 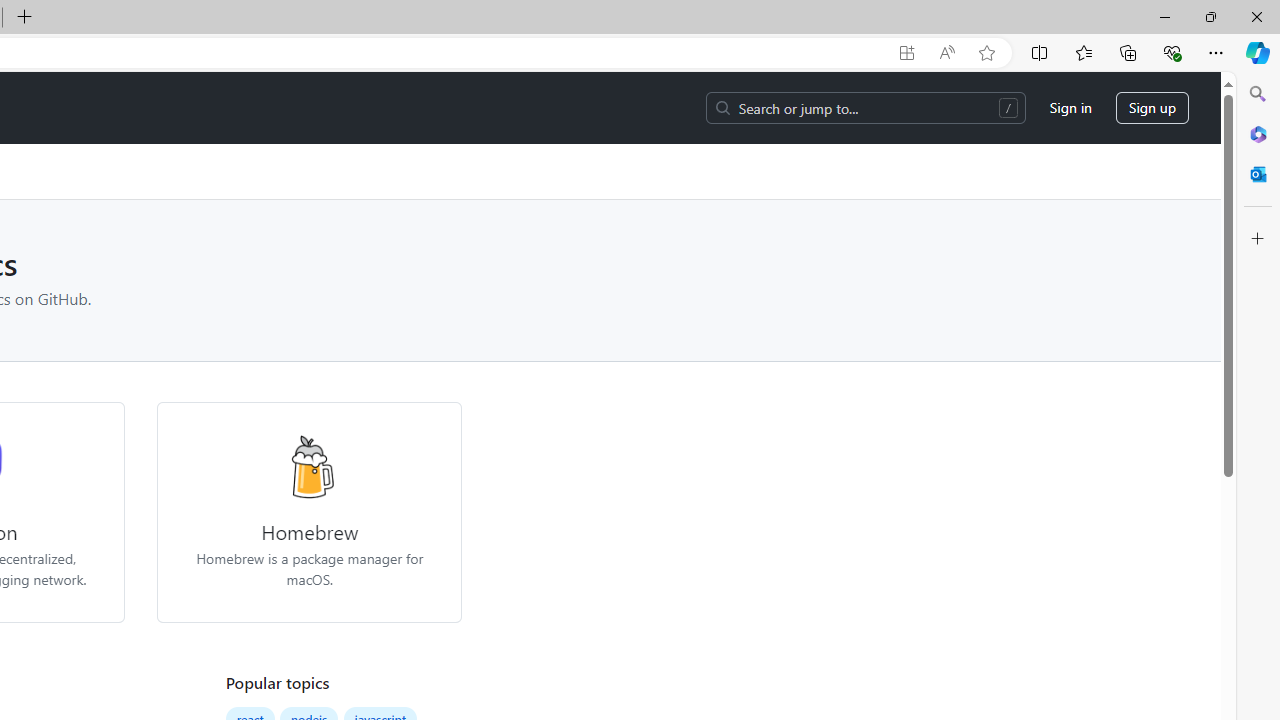 What do you see at coordinates (308, 511) in the screenshot?
I see `'homebrew Homebrew Homebrew is a package manager for macOS.'` at bounding box center [308, 511].